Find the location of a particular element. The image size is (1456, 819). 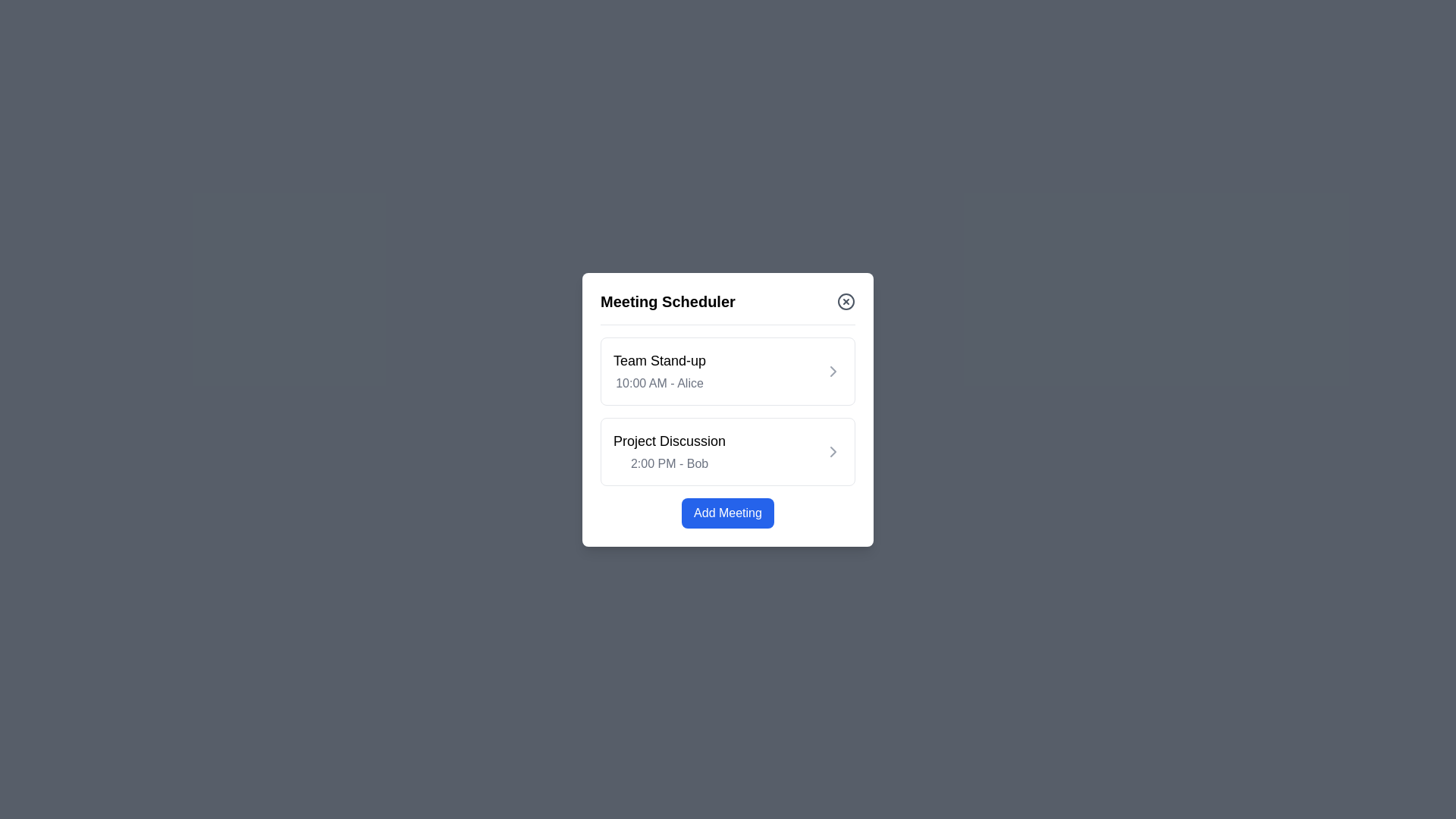

the text block displaying the scheduled event details in the 'Meeting Scheduler' modal, which is the second entry in the list is located at coordinates (669, 450).